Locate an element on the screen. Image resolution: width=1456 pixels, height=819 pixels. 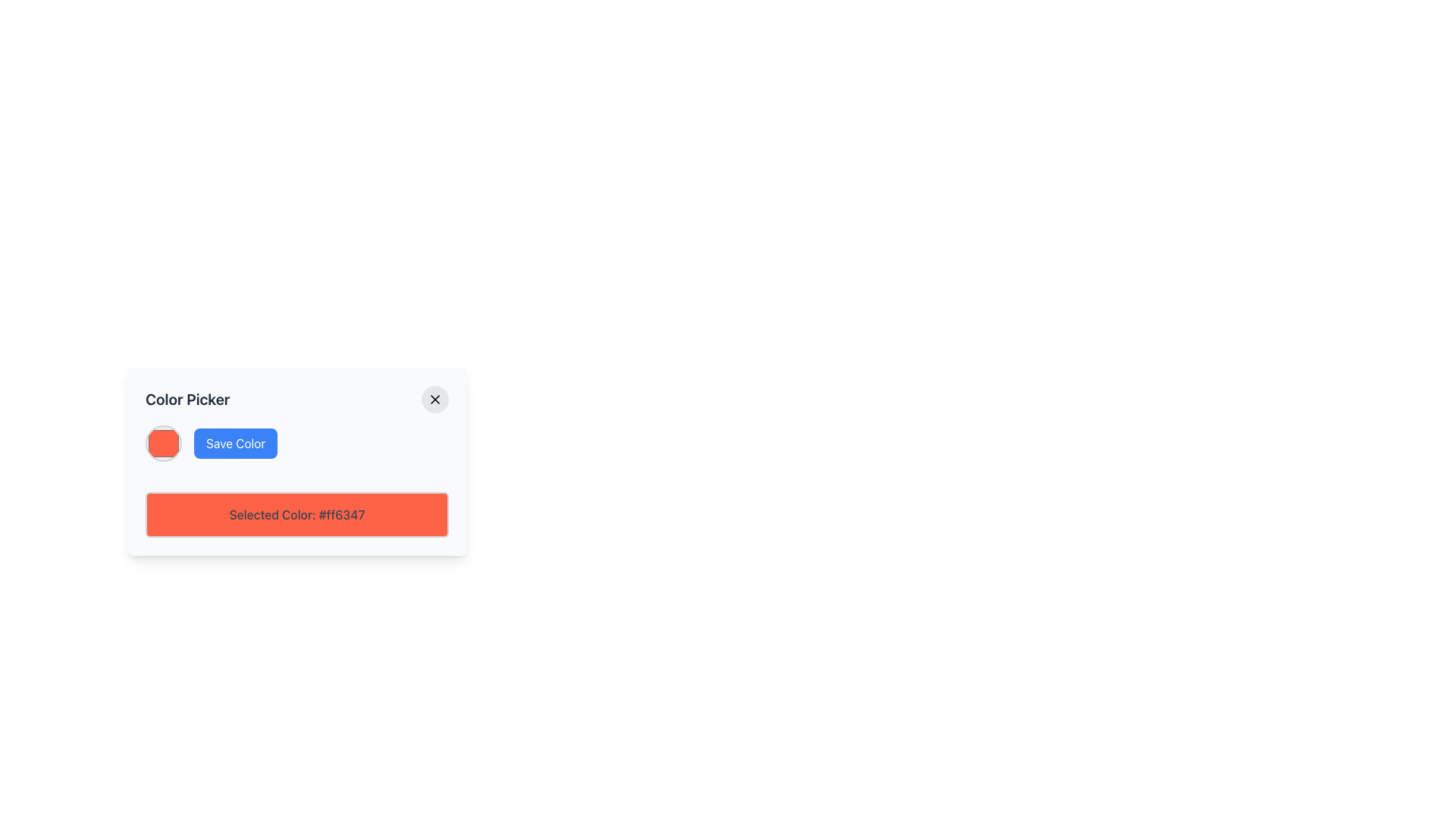
the circular button with a light gray background and a black 'X' symbol is located at coordinates (435, 399).